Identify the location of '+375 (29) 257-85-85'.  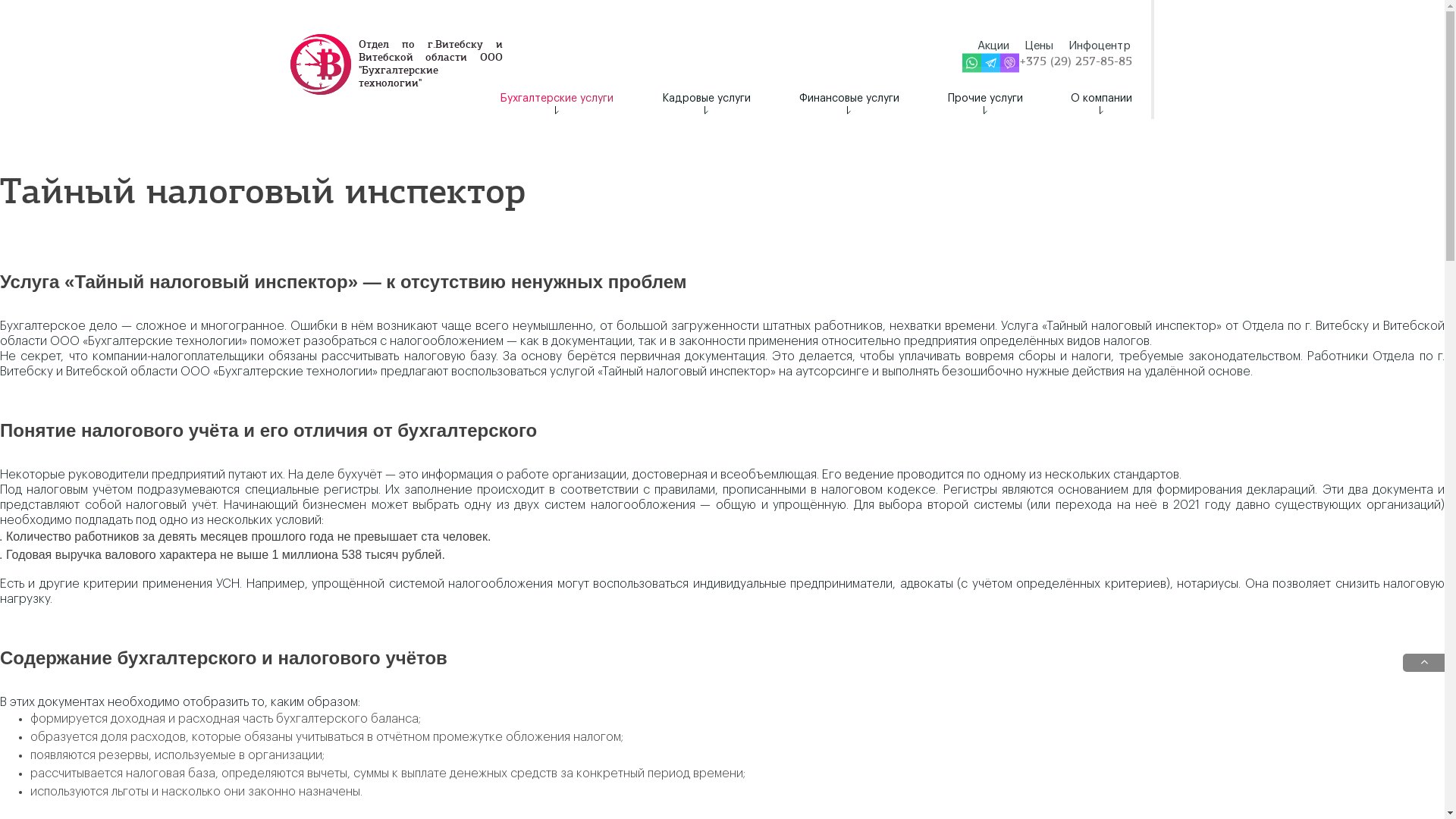
(1075, 62).